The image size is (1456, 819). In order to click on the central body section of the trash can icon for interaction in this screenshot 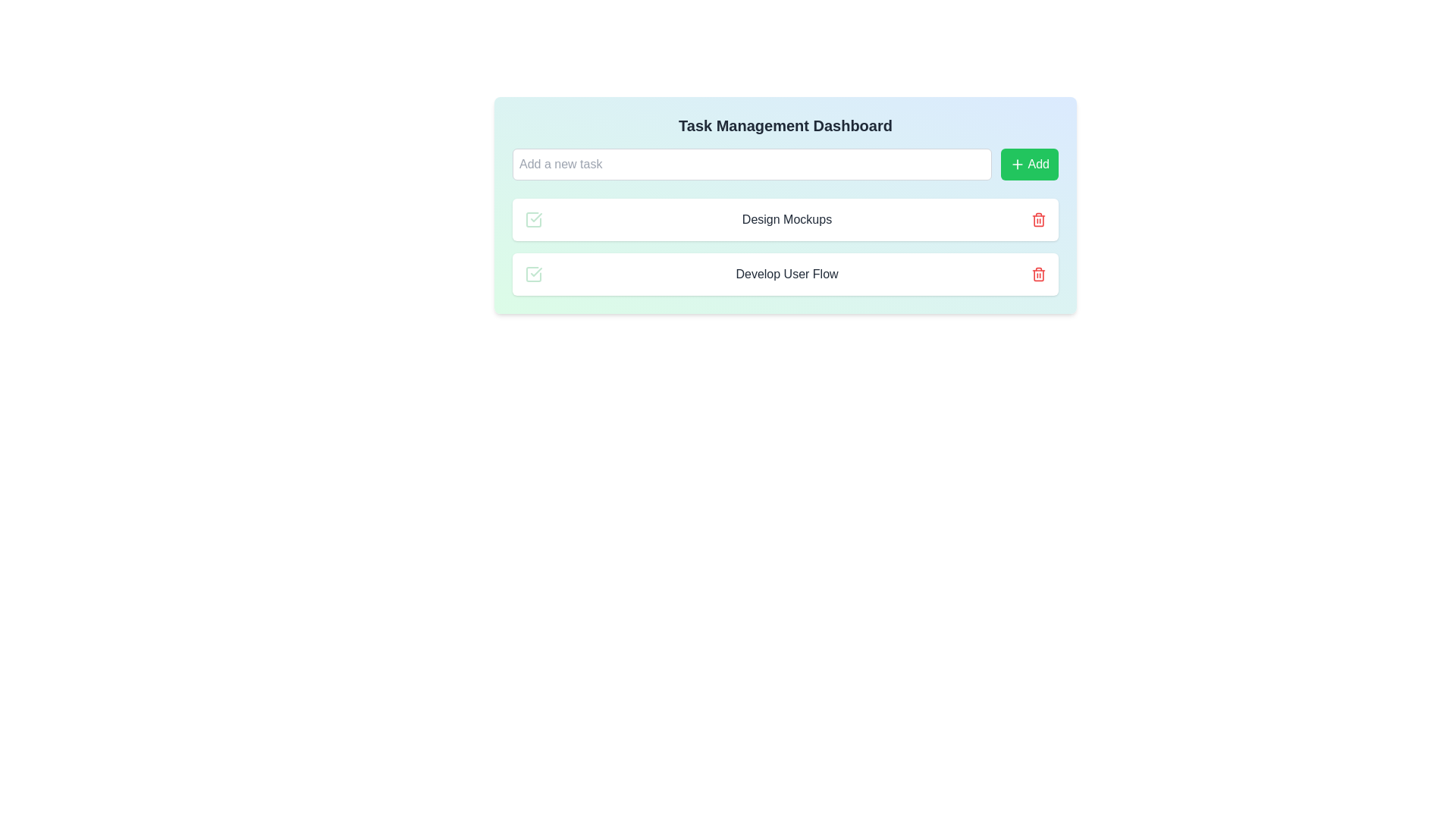, I will do `click(1037, 275)`.